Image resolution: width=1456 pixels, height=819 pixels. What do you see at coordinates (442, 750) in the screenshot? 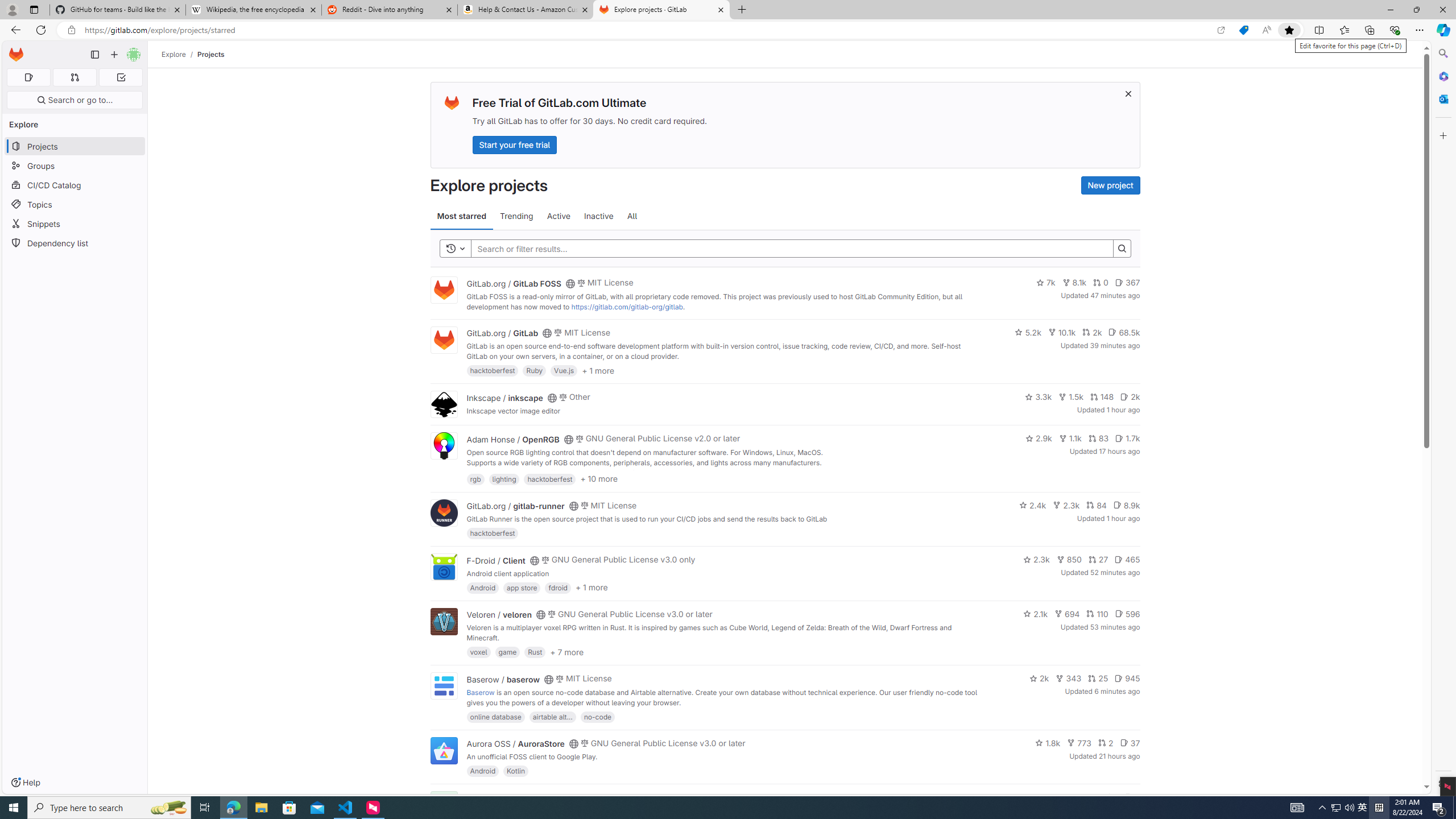
I see `'Class: project'` at bounding box center [442, 750].